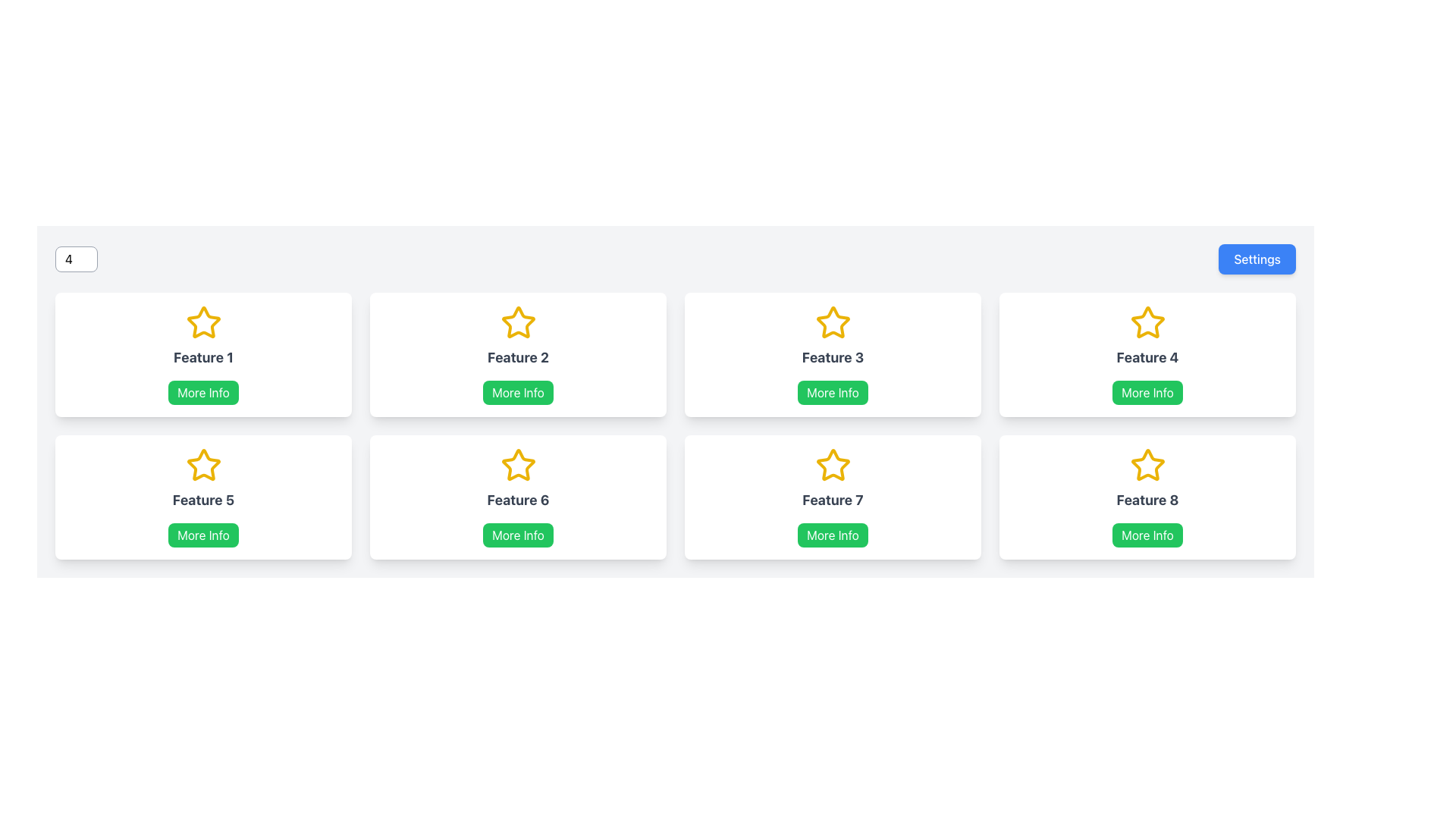  What do you see at coordinates (832, 464) in the screenshot?
I see `the star-shaped SVG icon with a yellow outline, which is centered in the card titled 'Feature 7'` at bounding box center [832, 464].